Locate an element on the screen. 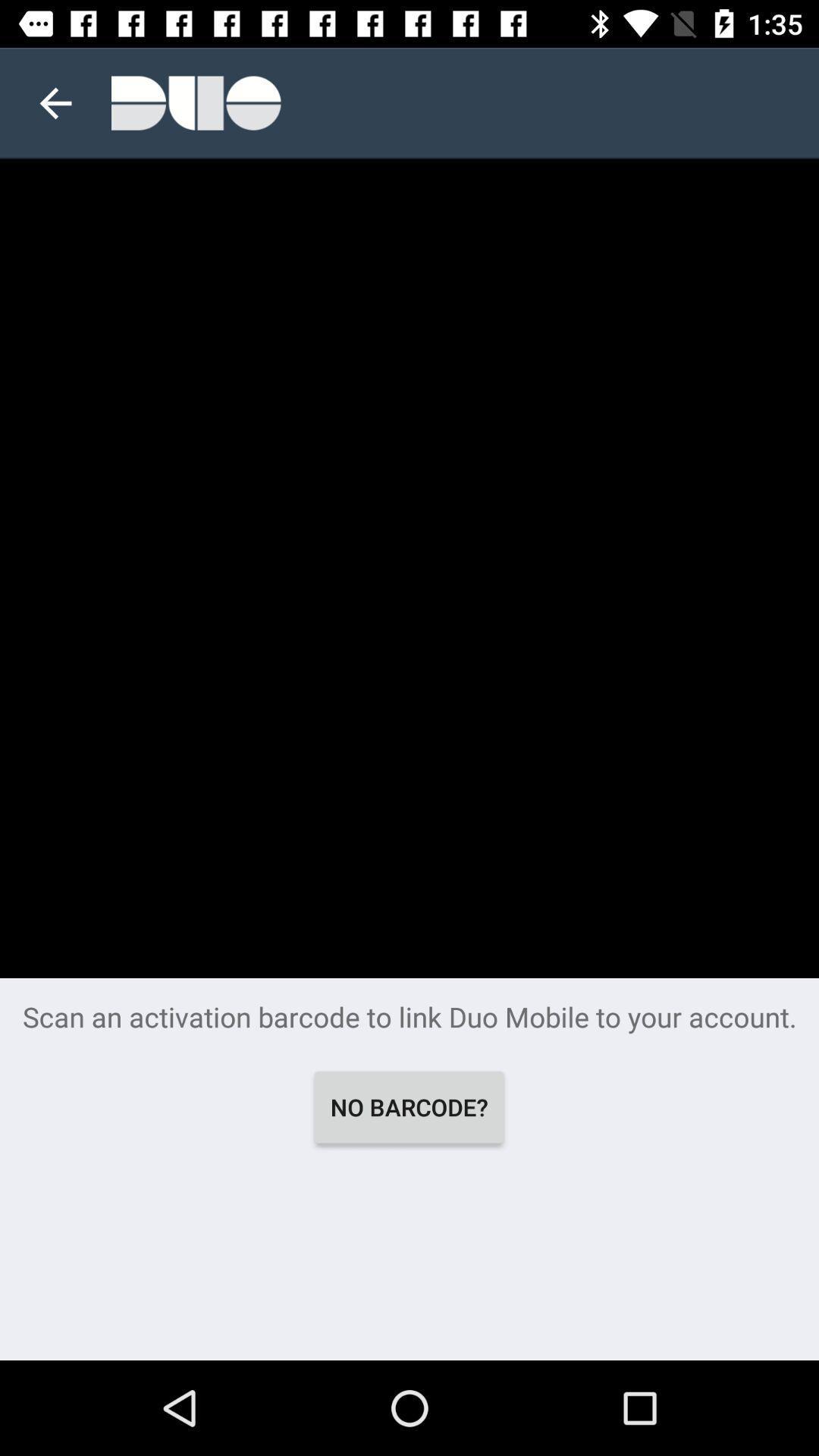  no barcode? icon is located at coordinates (408, 1107).